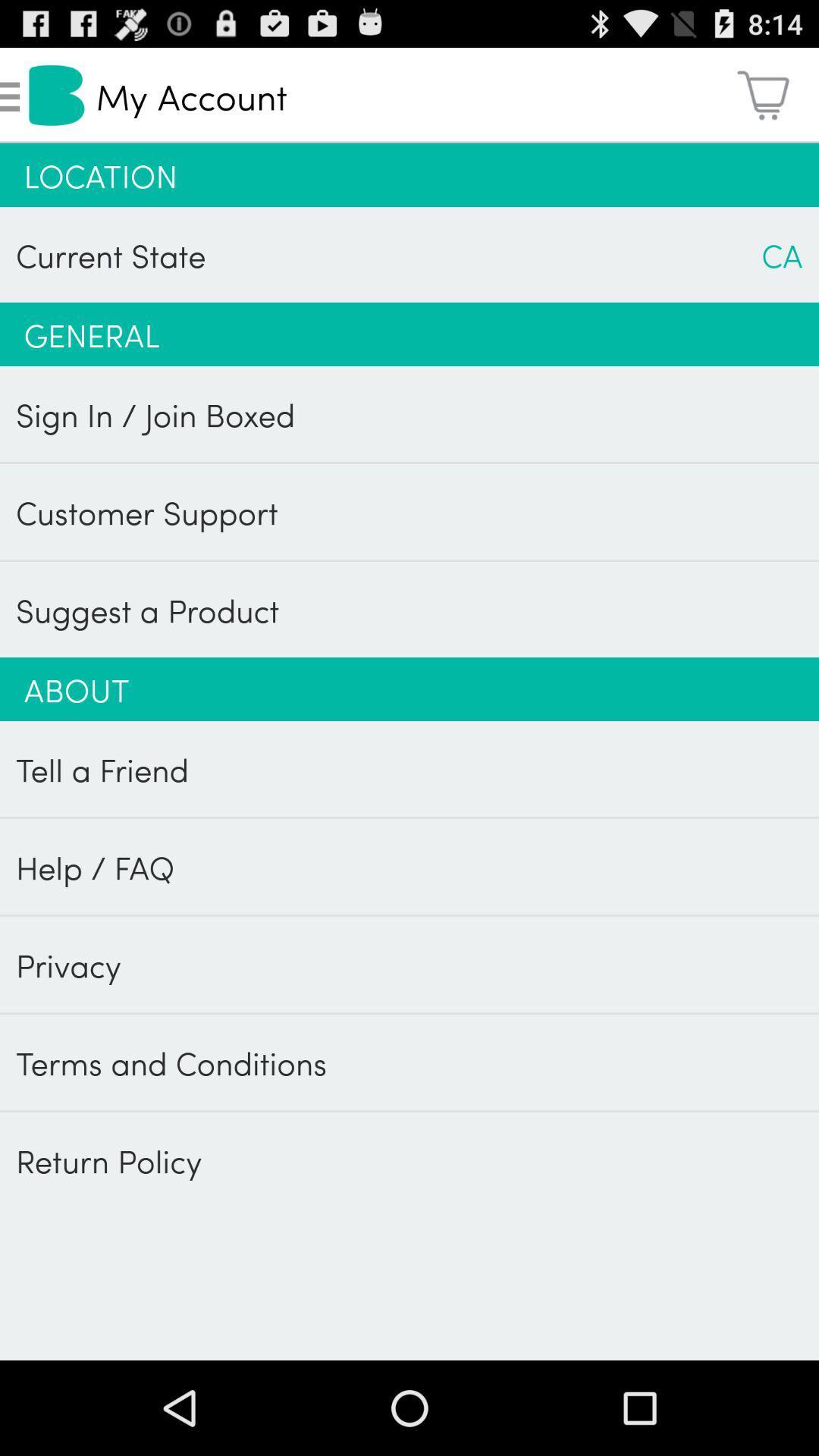  I want to click on icon above location, so click(763, 94).